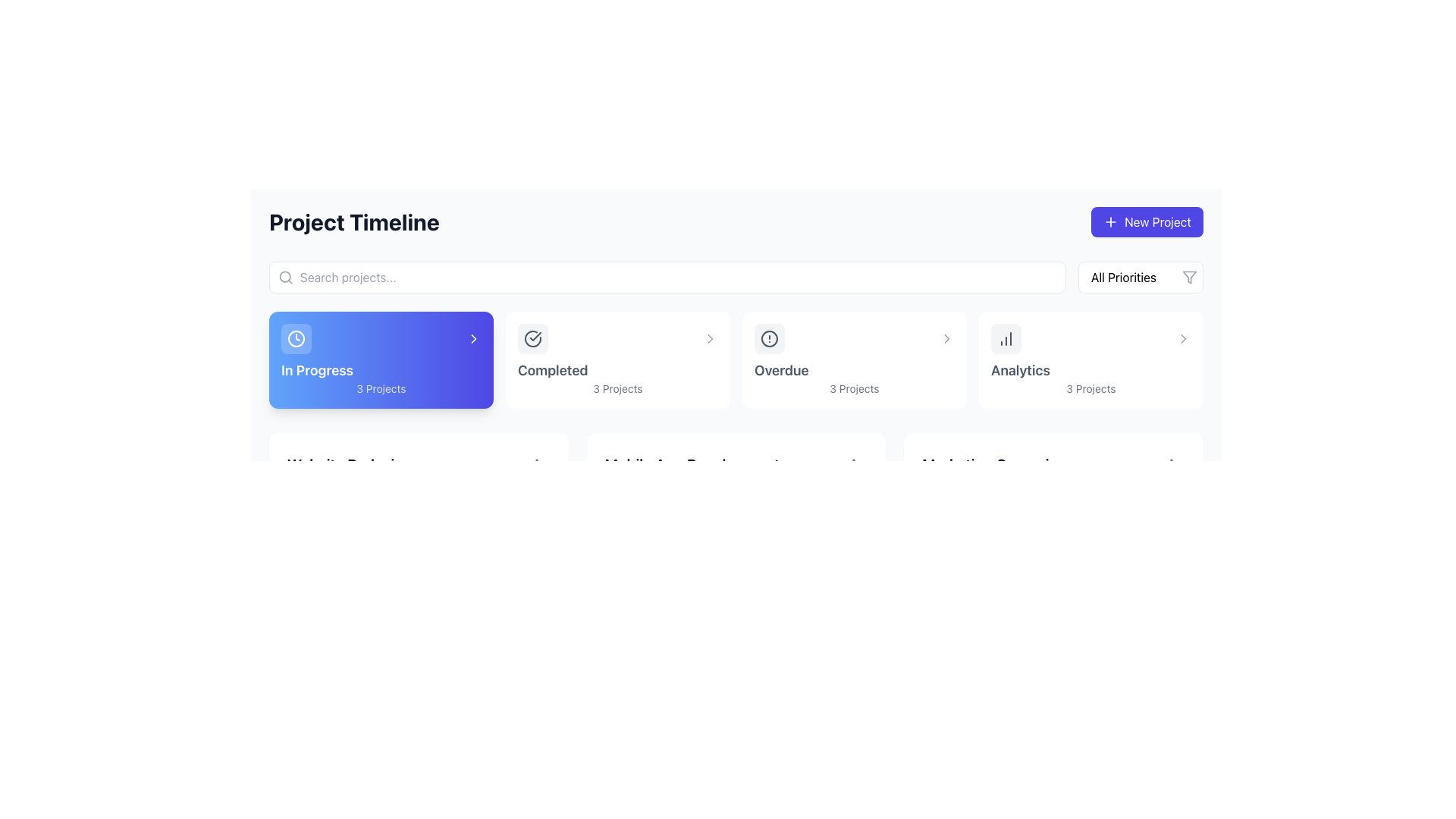 This screenshot has width=1456, height=819. Describe the element at coordinates (1141, 278) in the screenshot. I see `the Dropdown menu with an associated icon located near the top-right corner of the interface, to the left of the '+ New Project' button` at that location.